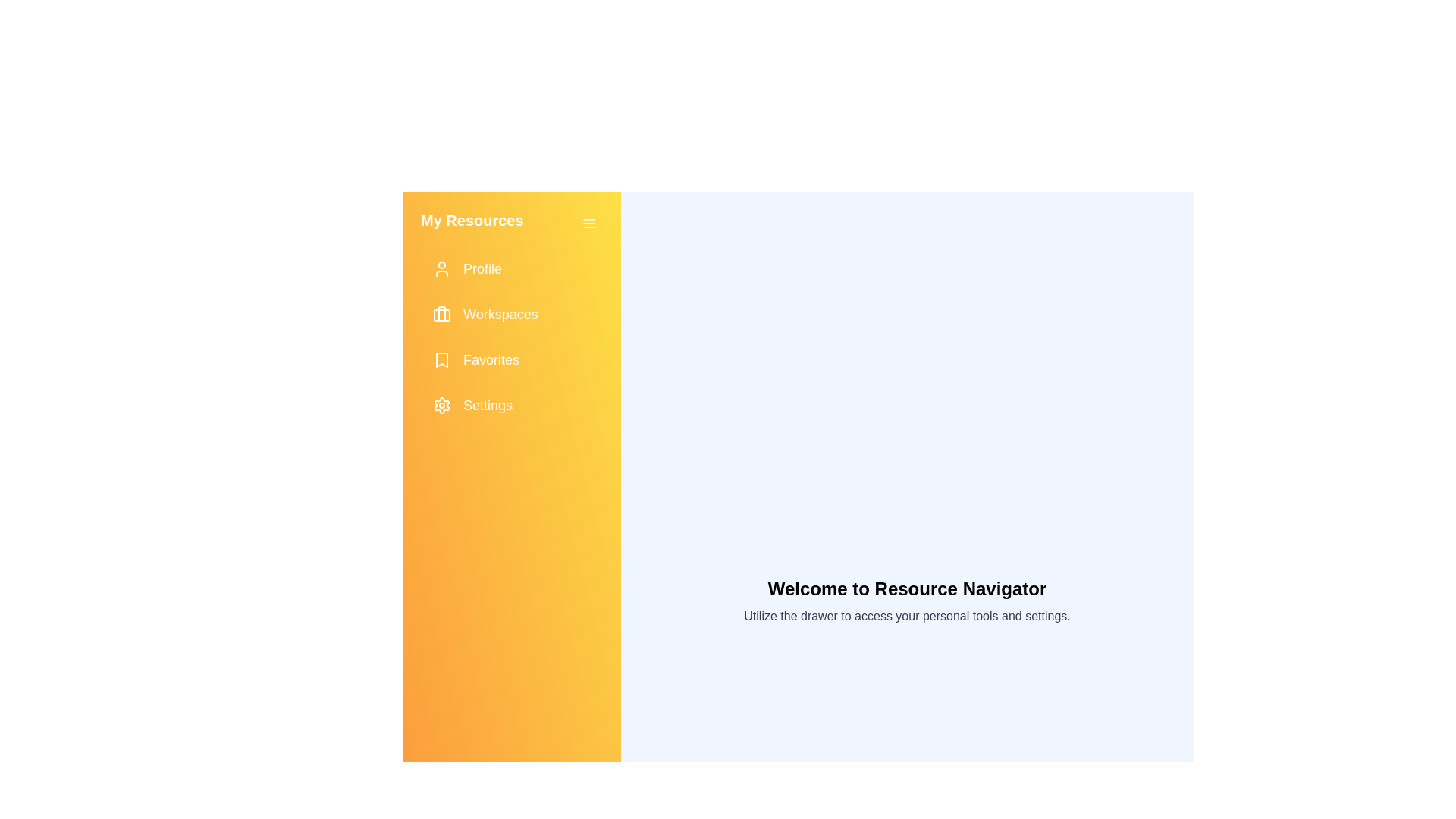 The width and height of the screenshot is (1456, 819). I want to click on the 'Favorites' button to navigate to the Favorites section, so click(512, 359).